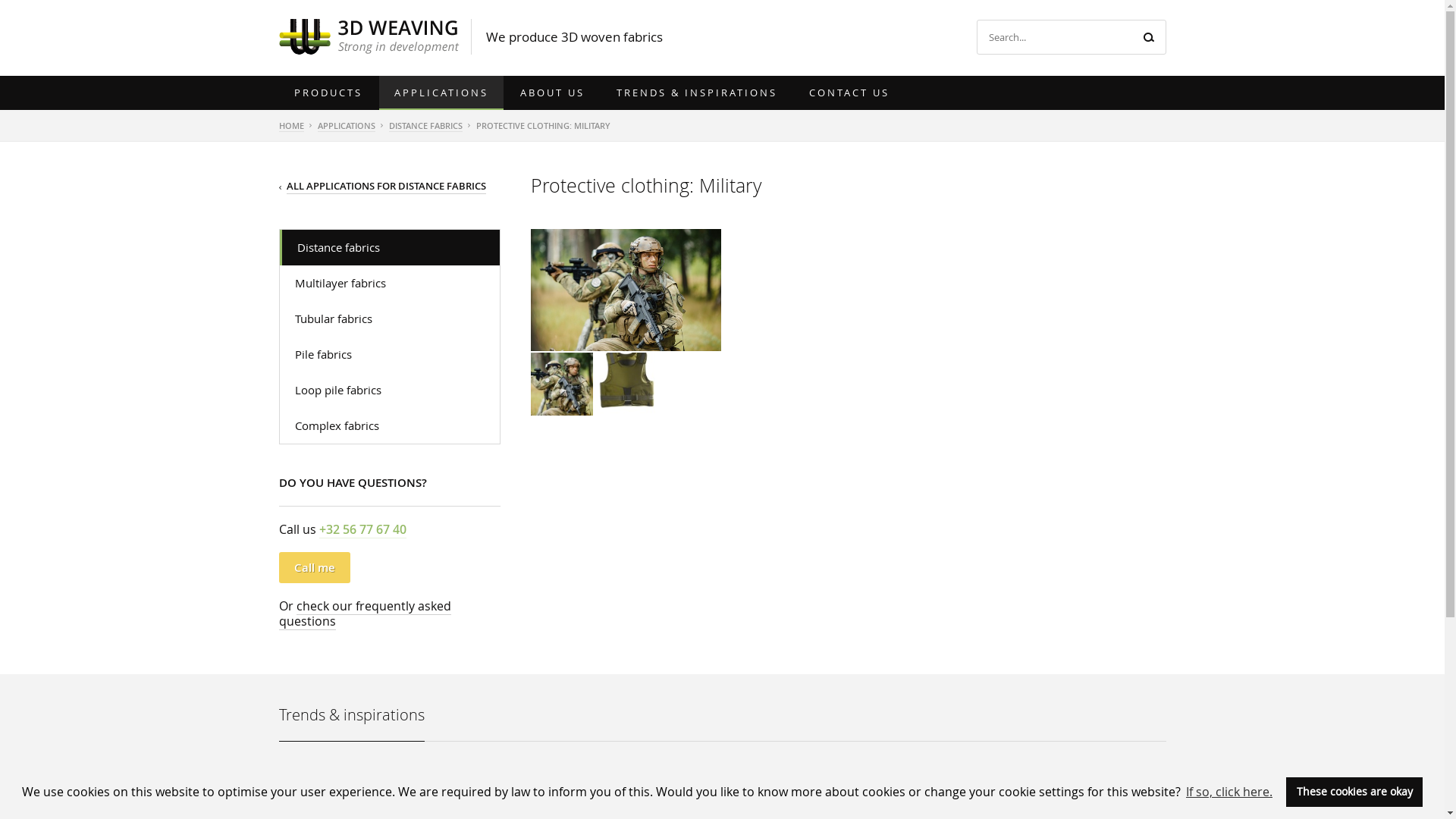 The image size is (1456, 819). I want to click on 'If so, click here.', so click(1229, 791).